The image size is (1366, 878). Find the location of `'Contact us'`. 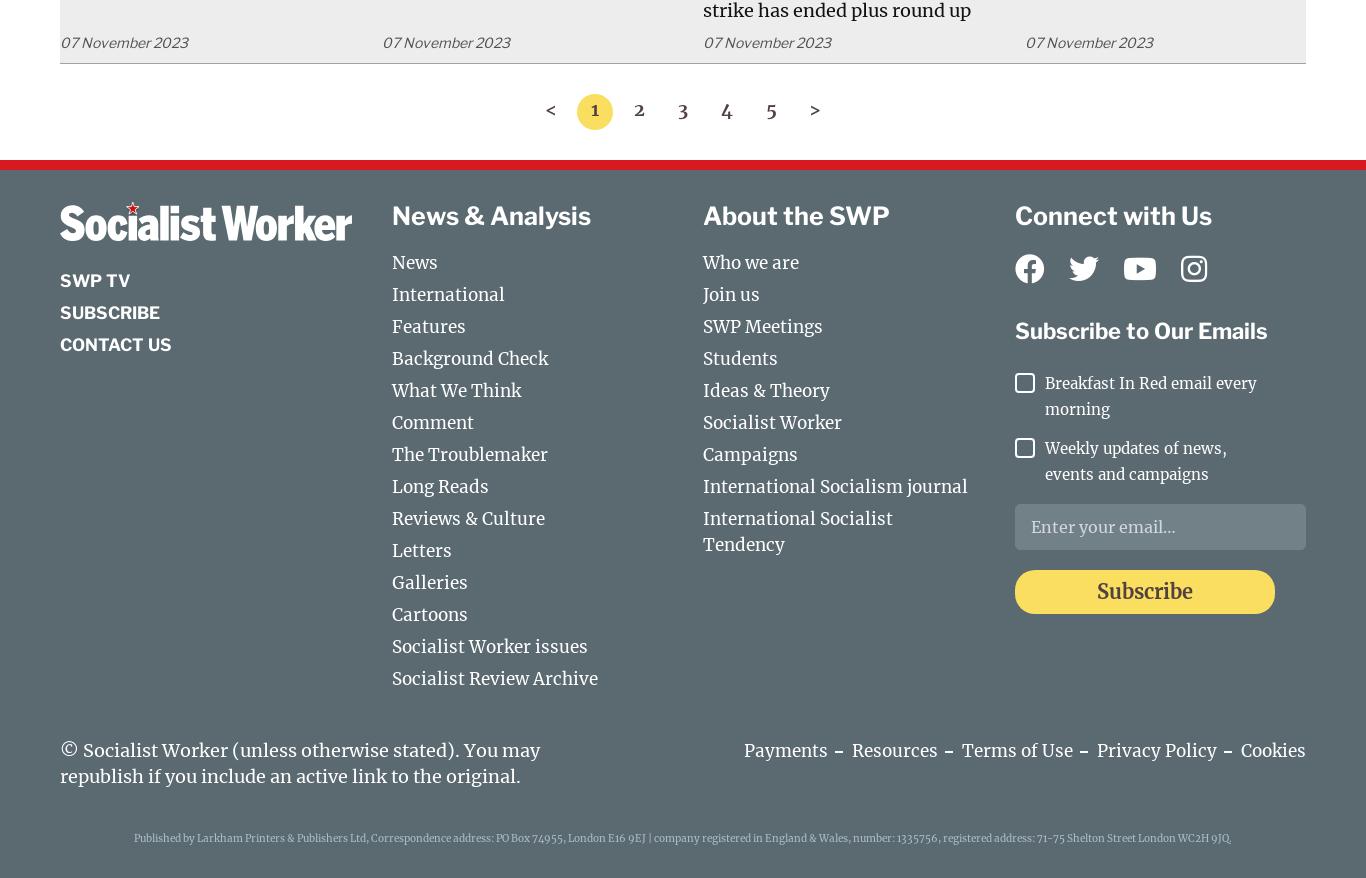

'Contact us' is located at coordinates (114, 344).